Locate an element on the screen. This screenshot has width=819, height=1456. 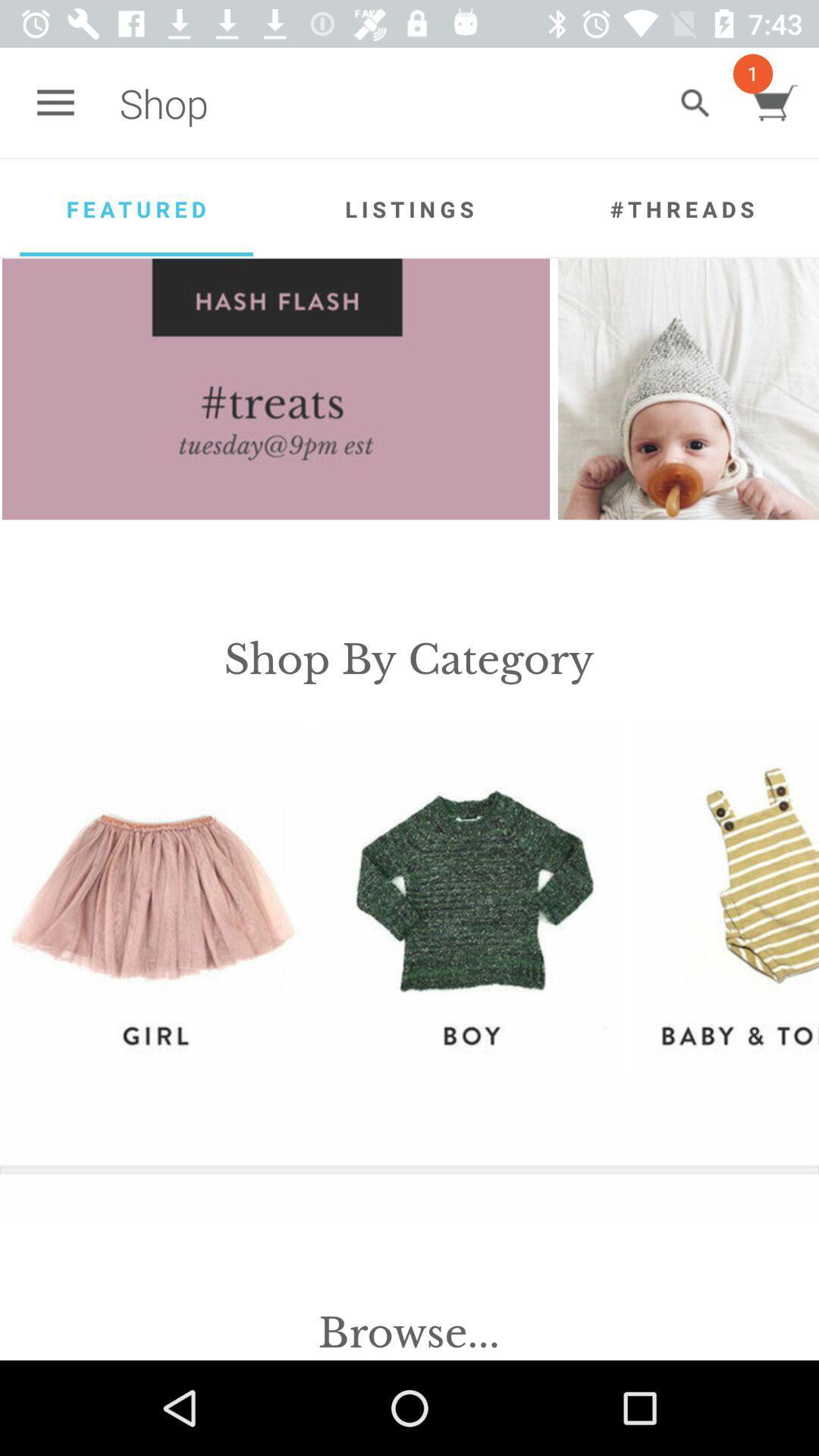
open link to boys clouths is located at coordinates (469, 899).